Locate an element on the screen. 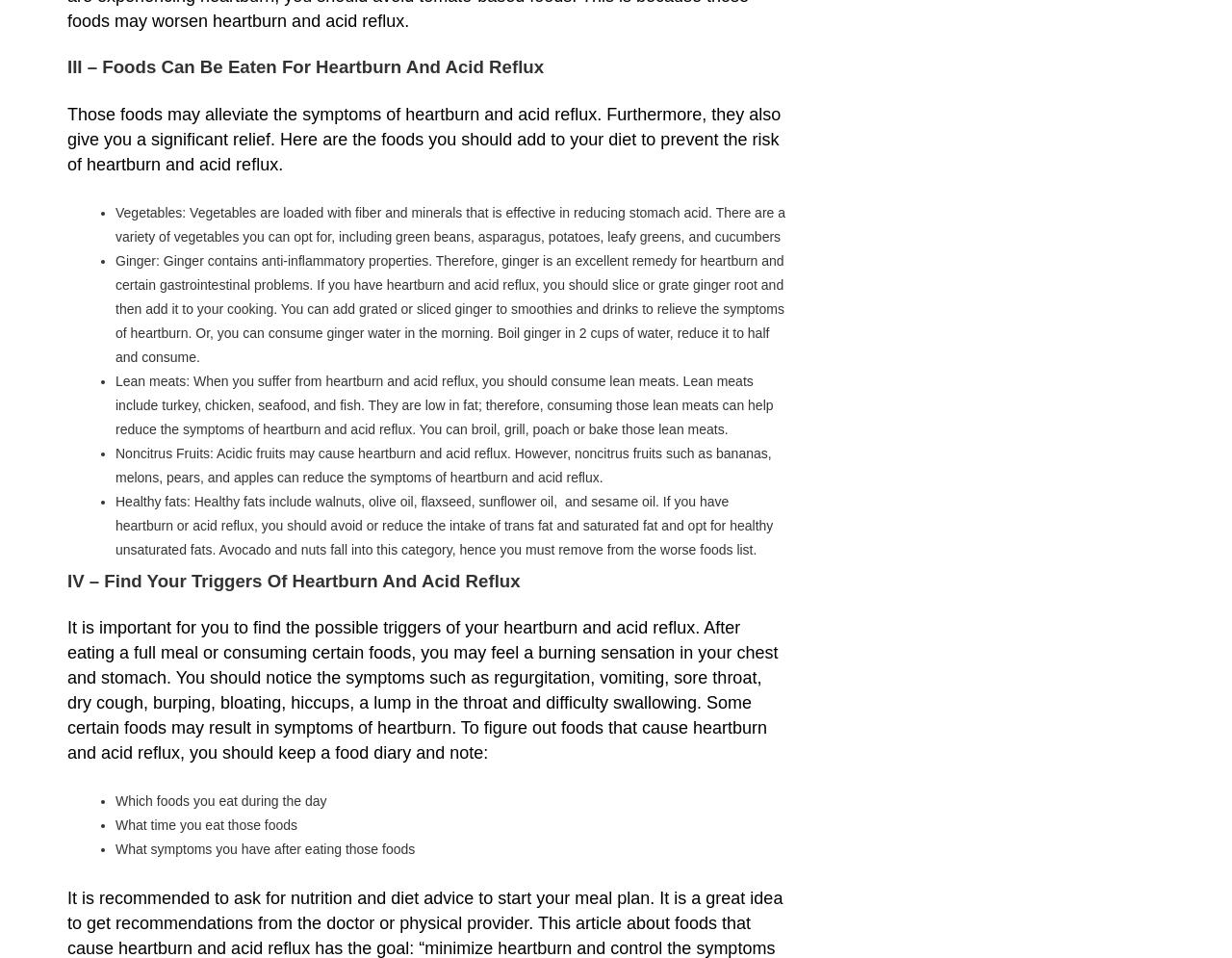  'Healthy fats: Healthy fats include walnuts, olive oil, flaxseed, sunflower oil,  and sesame oil. If you have heartburn or acid reflux, you should avoid or reduce the intake of trans fat and saturated fat and opt for healthy unsaturated fats. Avocado and nuts fall into this category, hence you must remove from the worse foods list.' is located at coordinates (443, 524).